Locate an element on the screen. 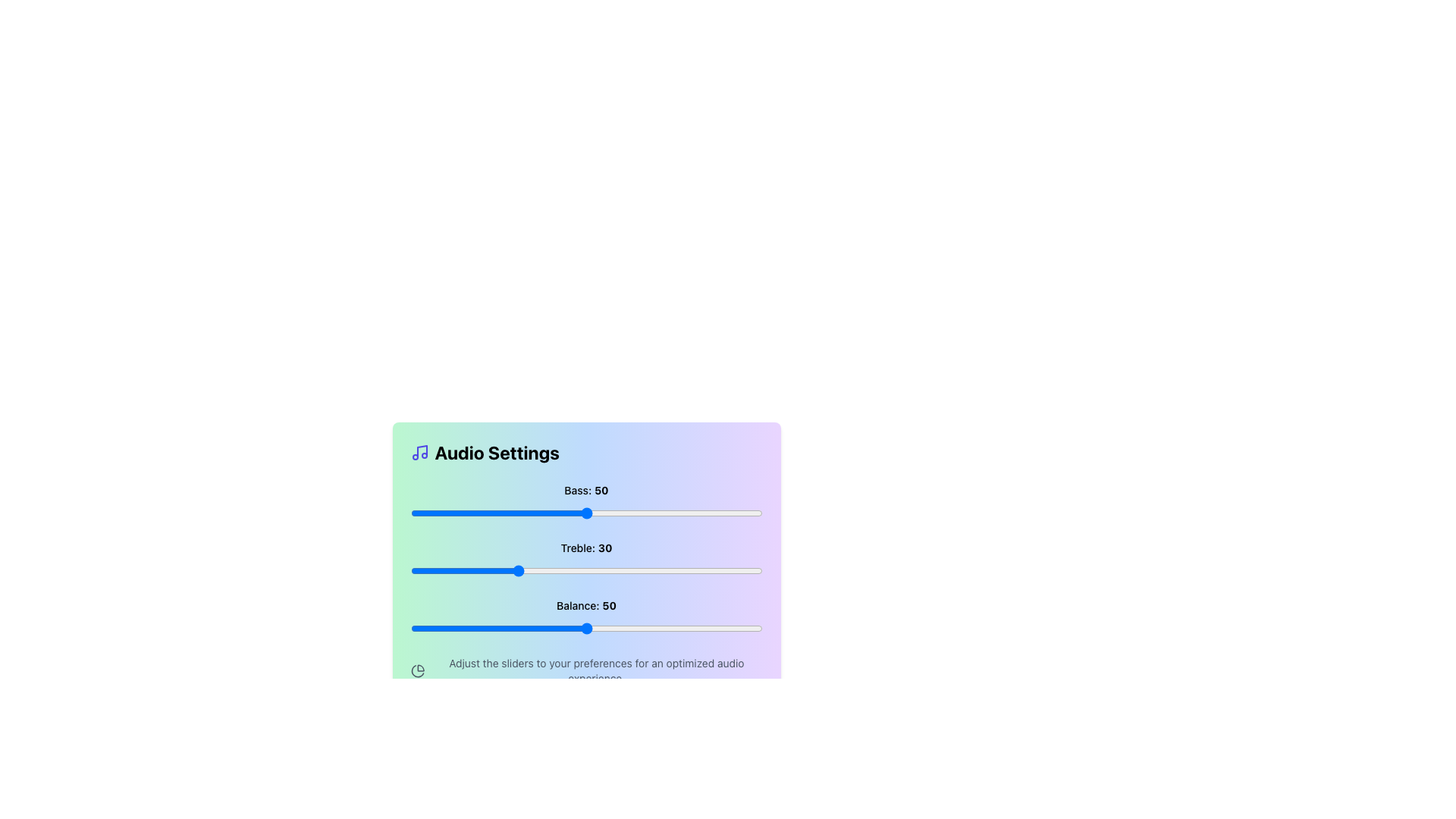 The height and width of the screenshot is (819, 1456). balance is located at coordinates (455, 629).